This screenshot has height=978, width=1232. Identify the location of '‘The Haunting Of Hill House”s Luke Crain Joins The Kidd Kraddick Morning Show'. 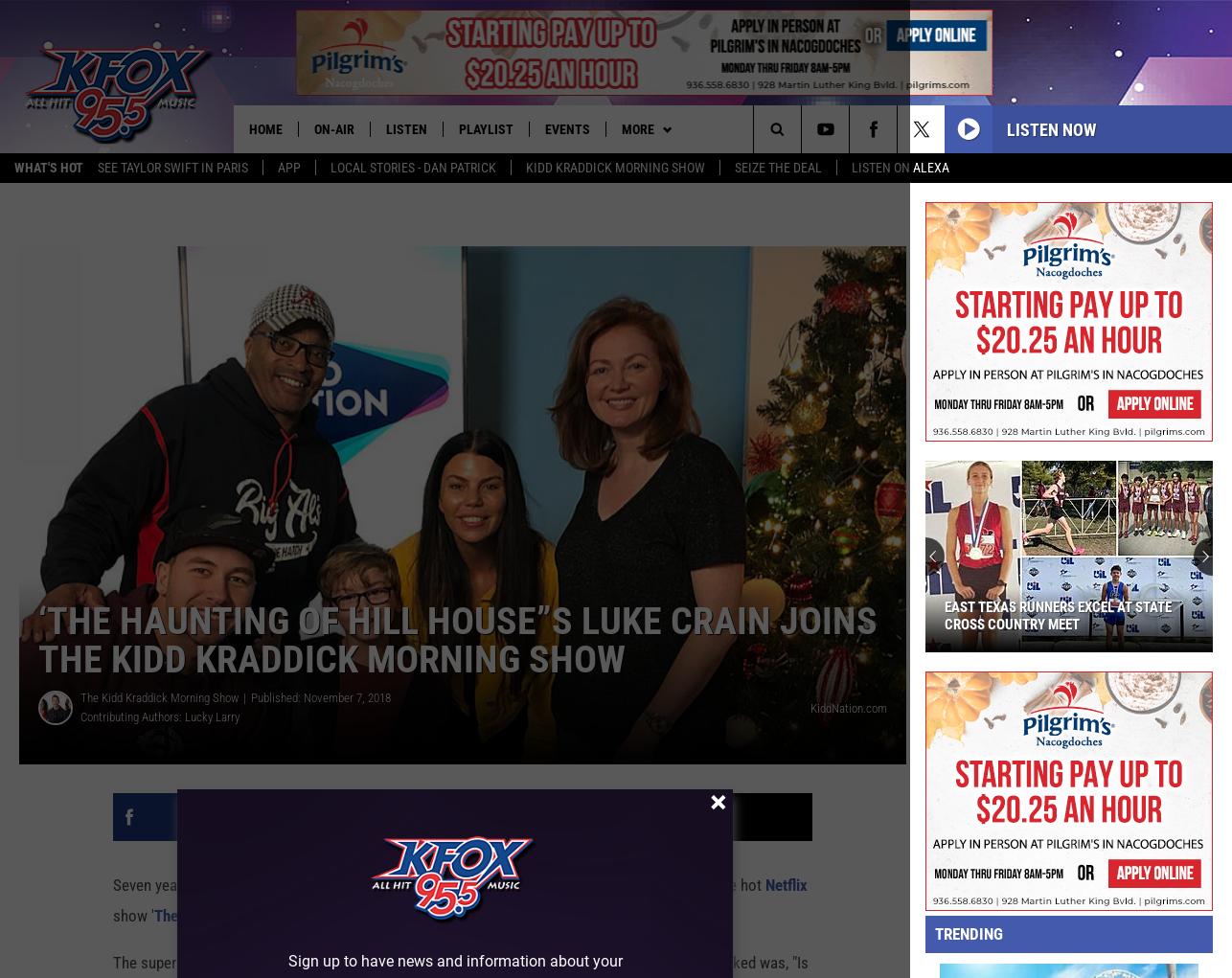
(457, 641).